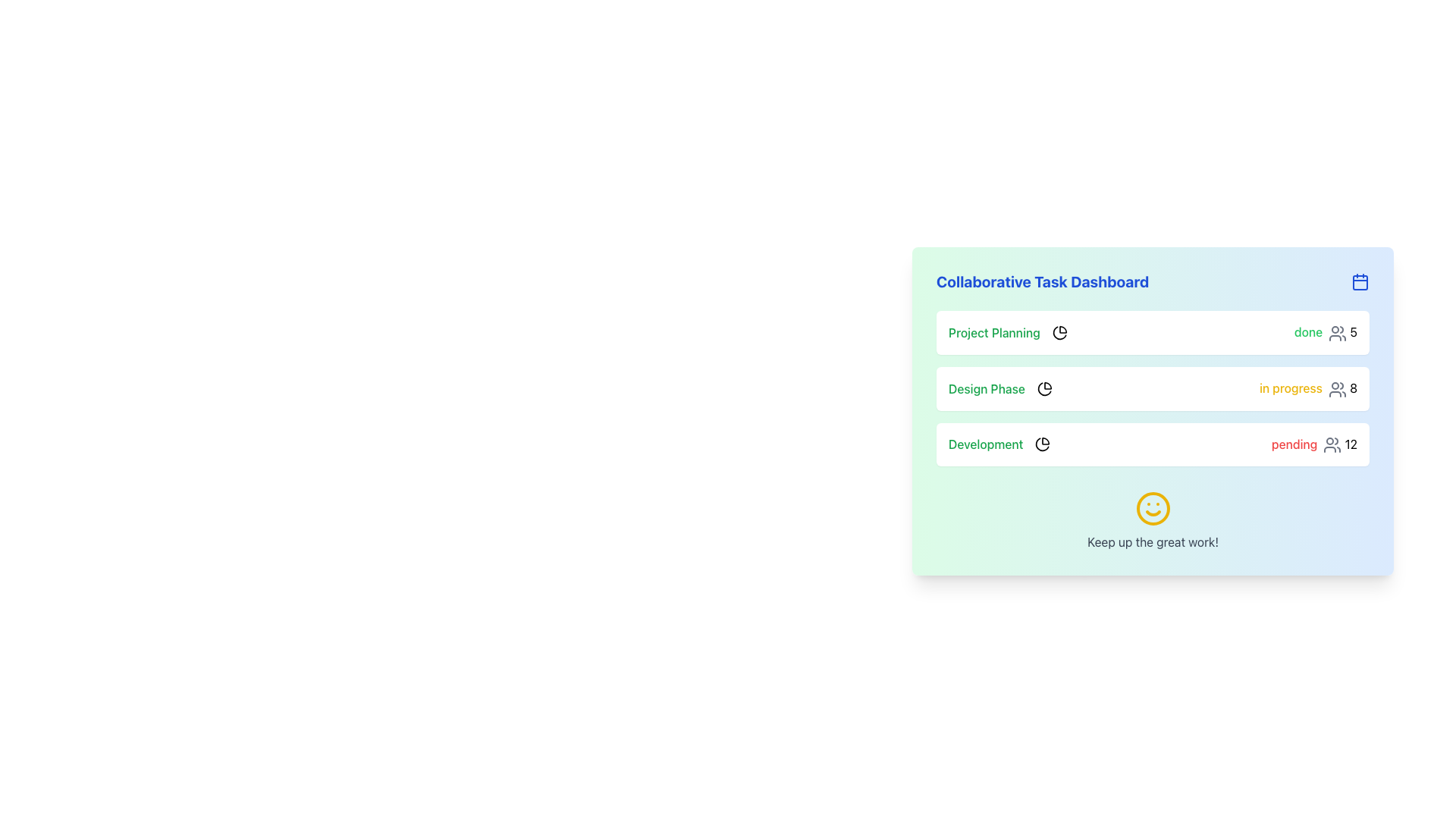 The width and height of the screenshot is (1456, 819). Describe the element at coordinates (999, 444) in the screenshot. I see `the icon associated with the 'Development' label in the top-left of the card under 'Collaborative Task Dashboard' for additional actions or navigation` at that location.